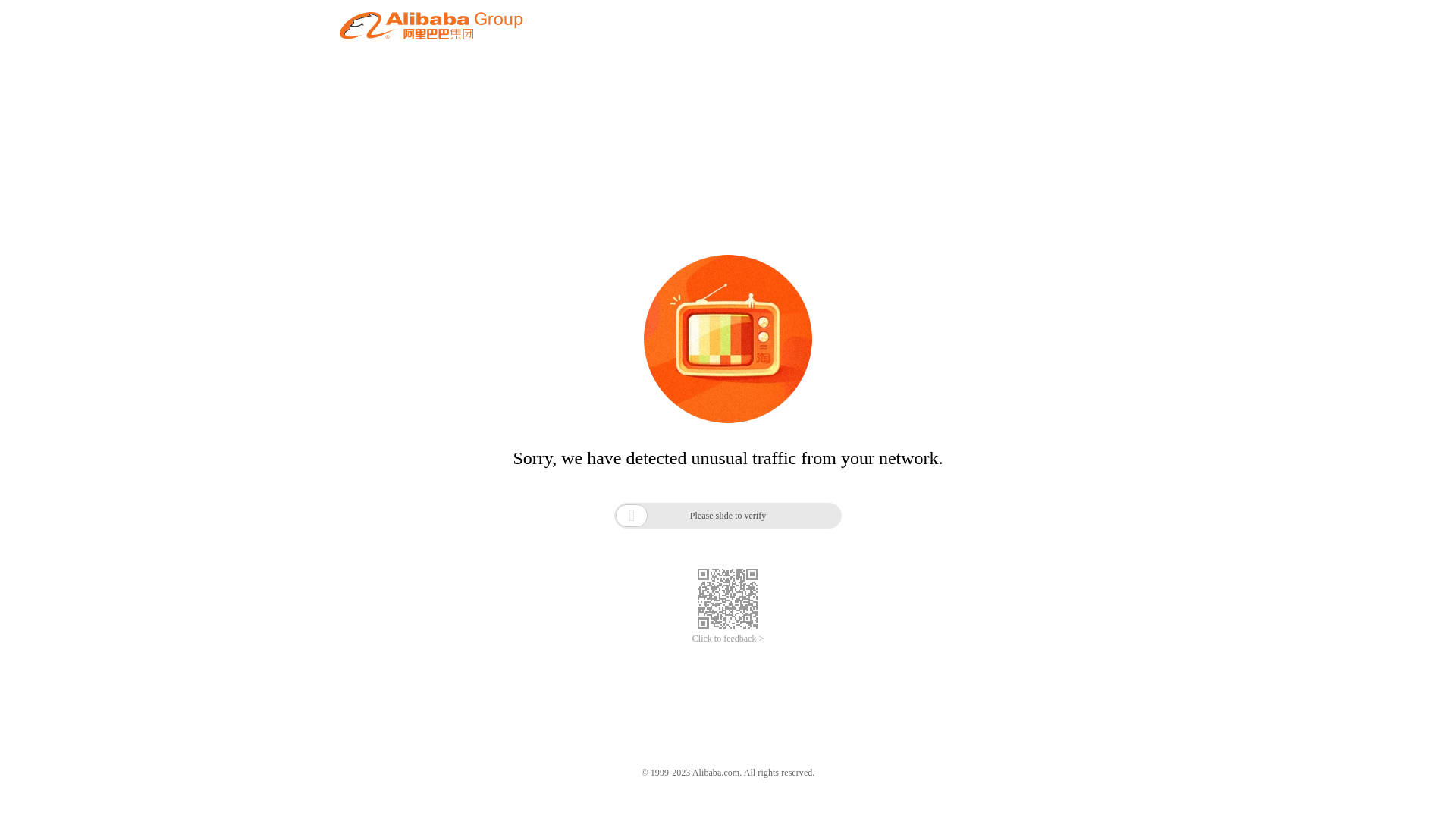 This screenshot has height=819, width=1456. Describe the element at coordinates (728, 639) in the screenshot. I see `'Click to feedback >'` at that location.